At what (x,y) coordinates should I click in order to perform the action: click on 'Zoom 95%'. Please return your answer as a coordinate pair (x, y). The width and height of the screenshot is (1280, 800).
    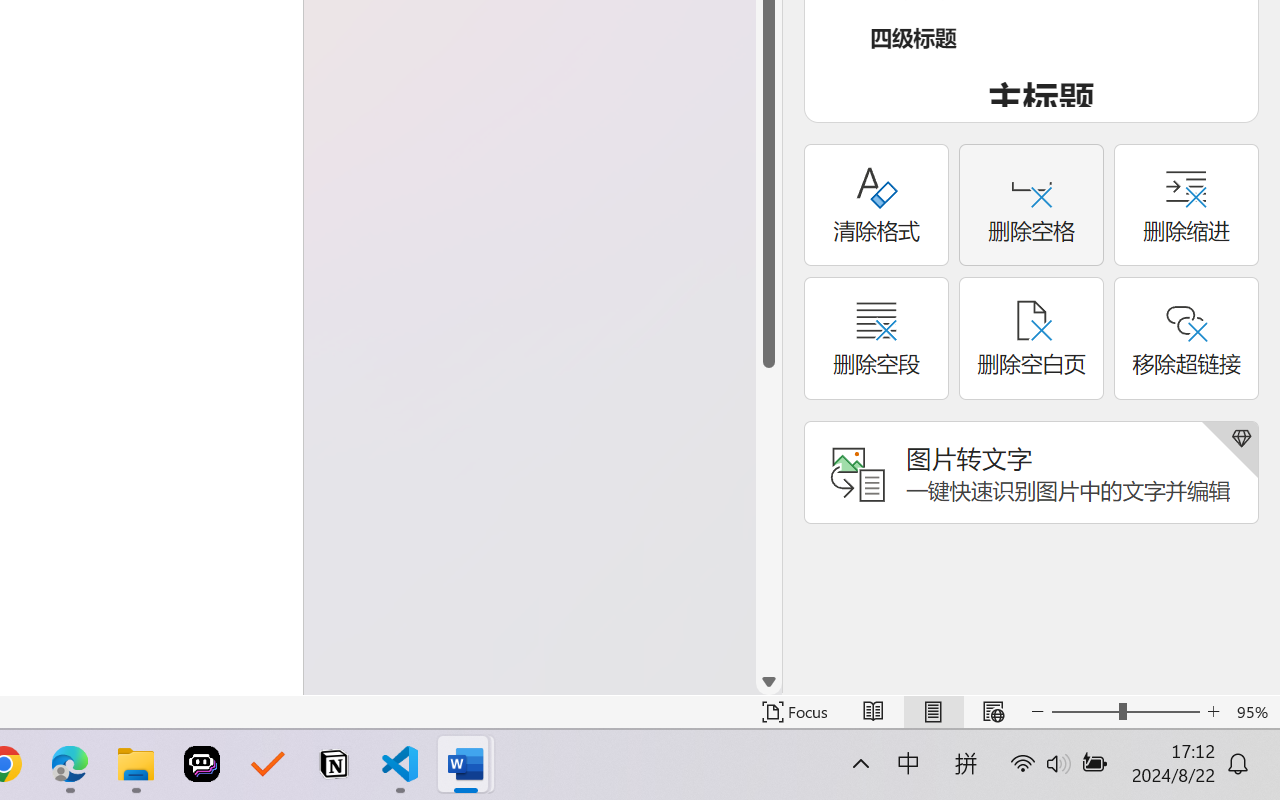
    Looking at the image, I should click on (1252, 711).